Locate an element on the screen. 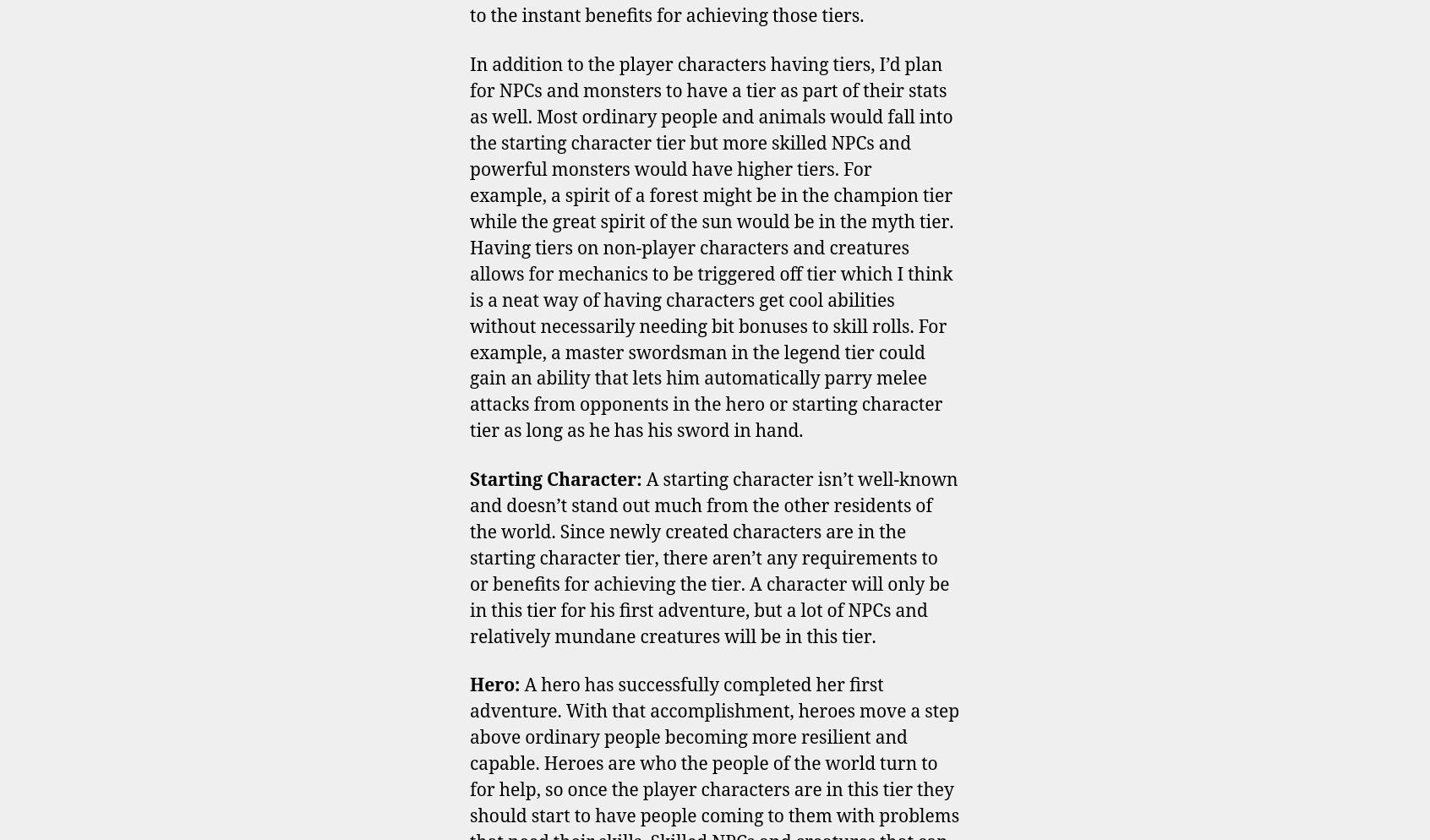 This screenshot has width=1430, height=840. '[…] Dragon Age (and follow-up posts: Tiers, Talents, and […]' is located at coordinates (469, 404).